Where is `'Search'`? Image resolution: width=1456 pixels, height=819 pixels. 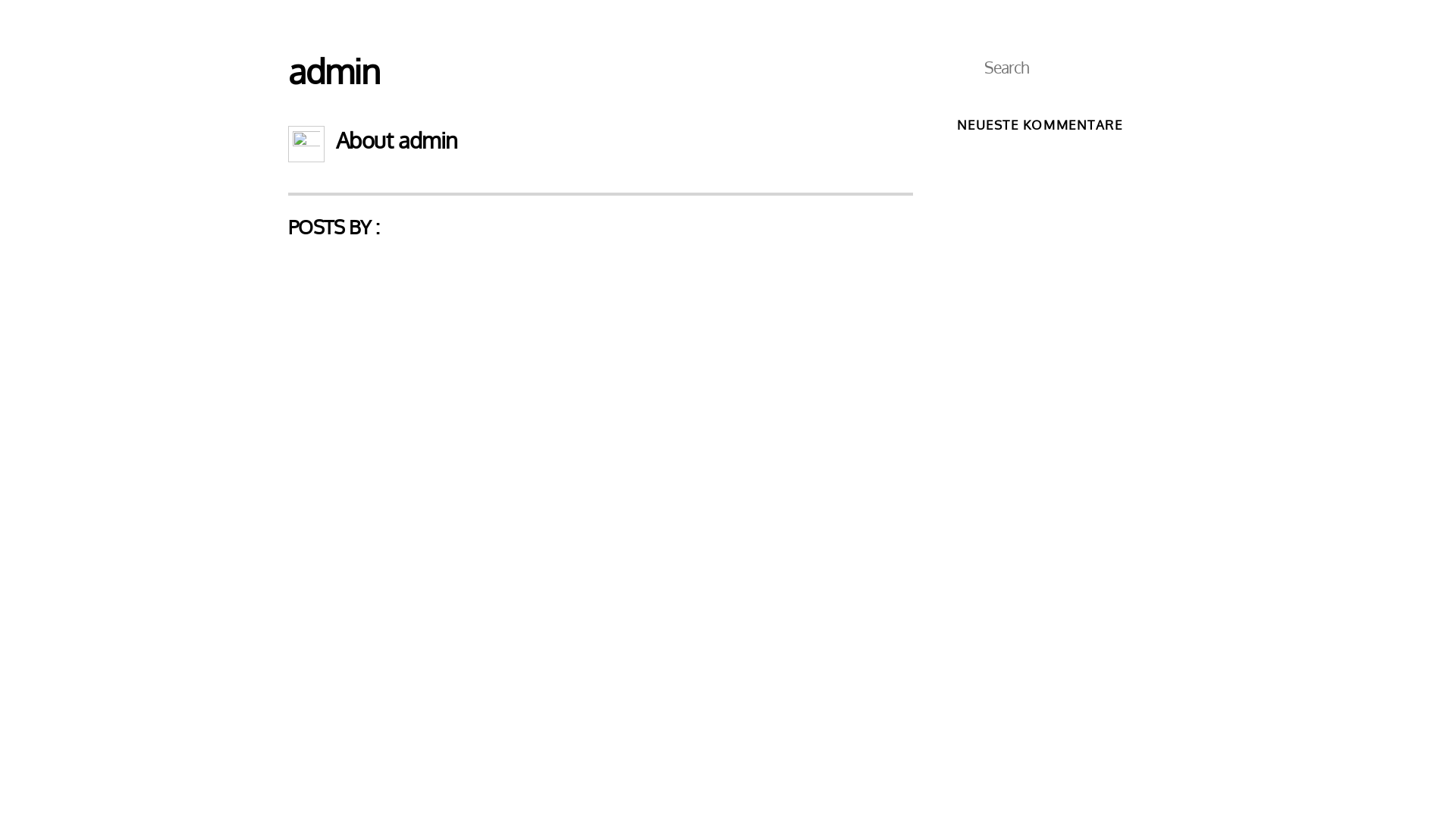
'Search' is located at coordinates (1062, 66).